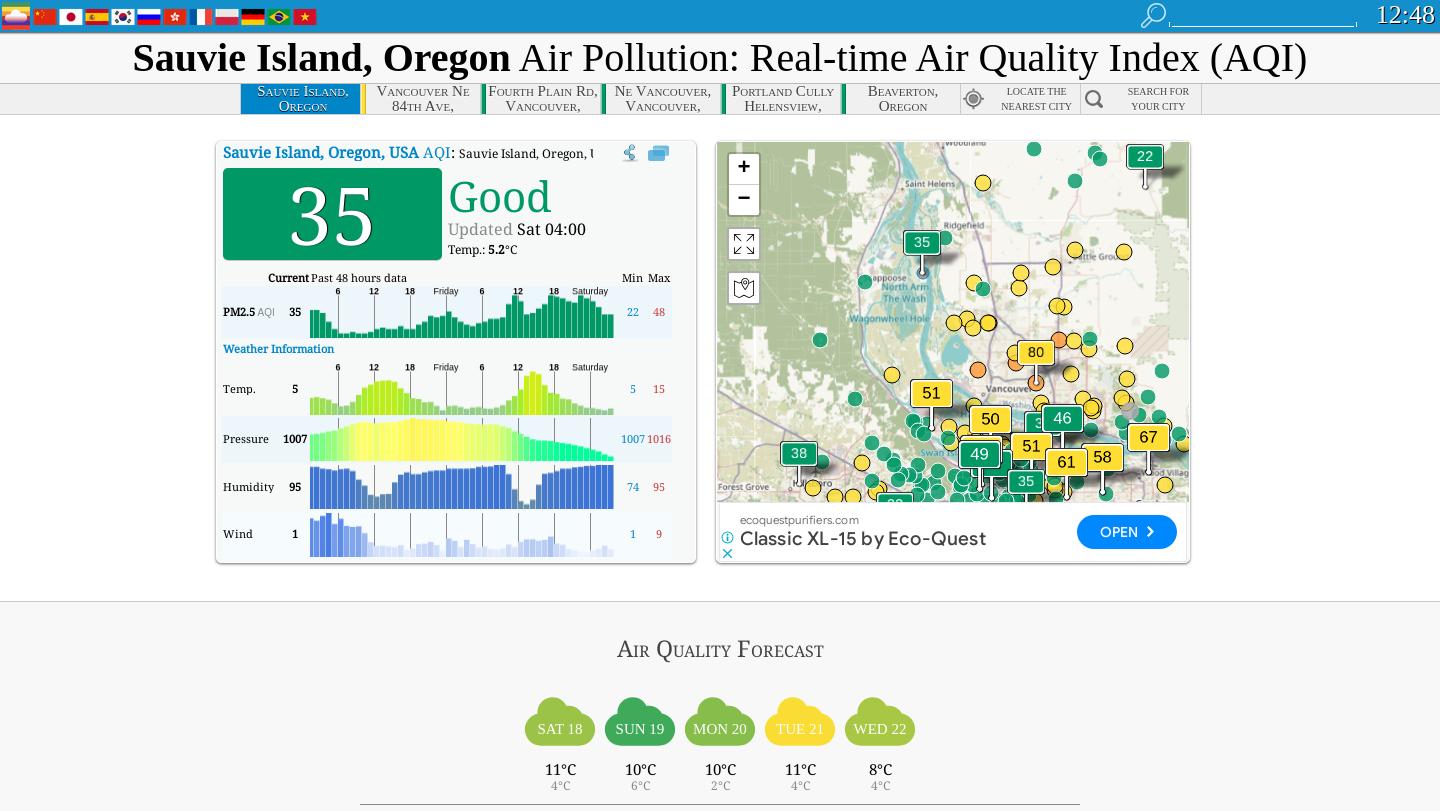  I want to click on 'SEARCH FOR', so click(1158, 91).